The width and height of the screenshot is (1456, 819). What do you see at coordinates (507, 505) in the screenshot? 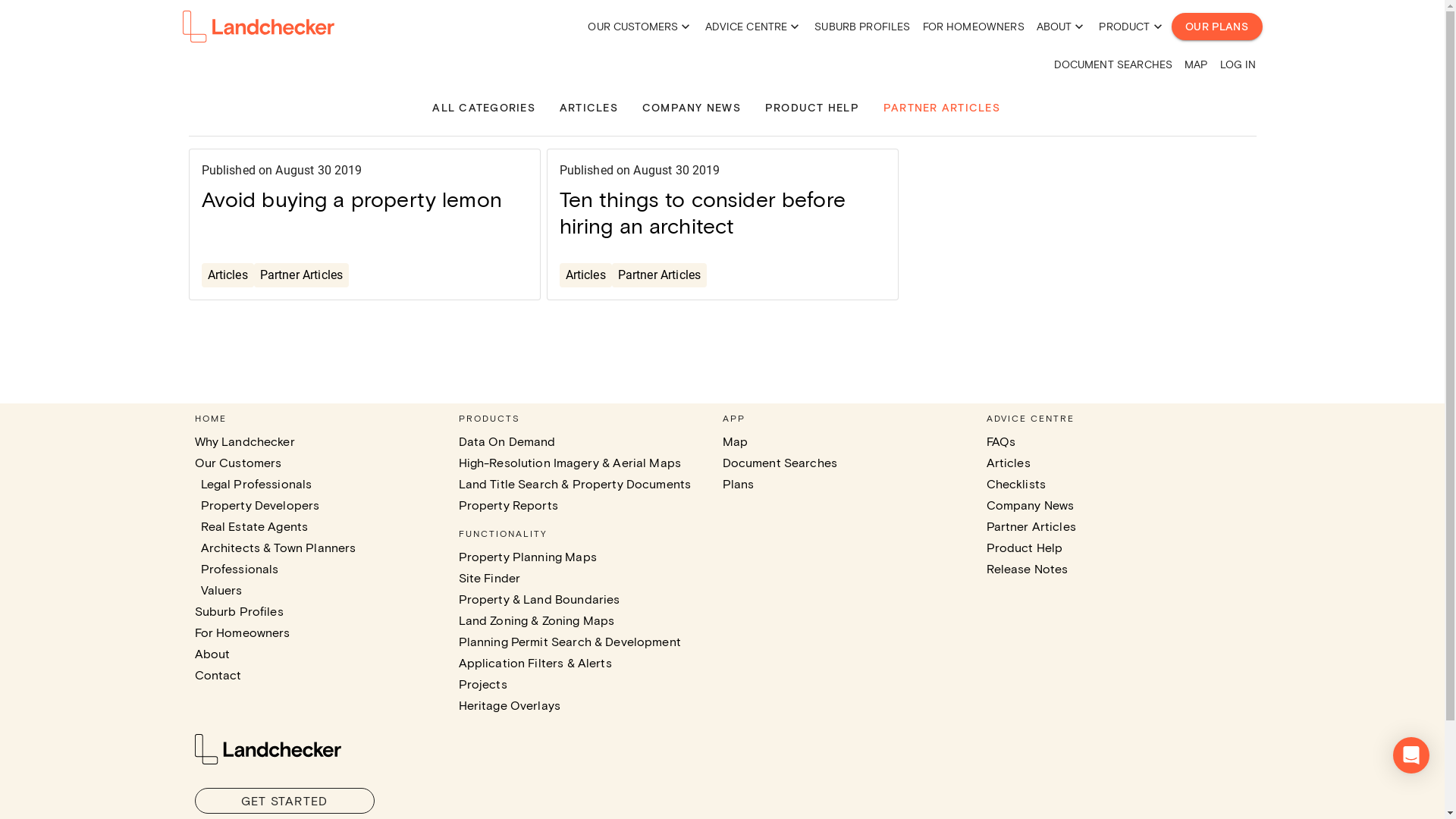
I see `'Property Reports'` at bounding box center [507, 505].